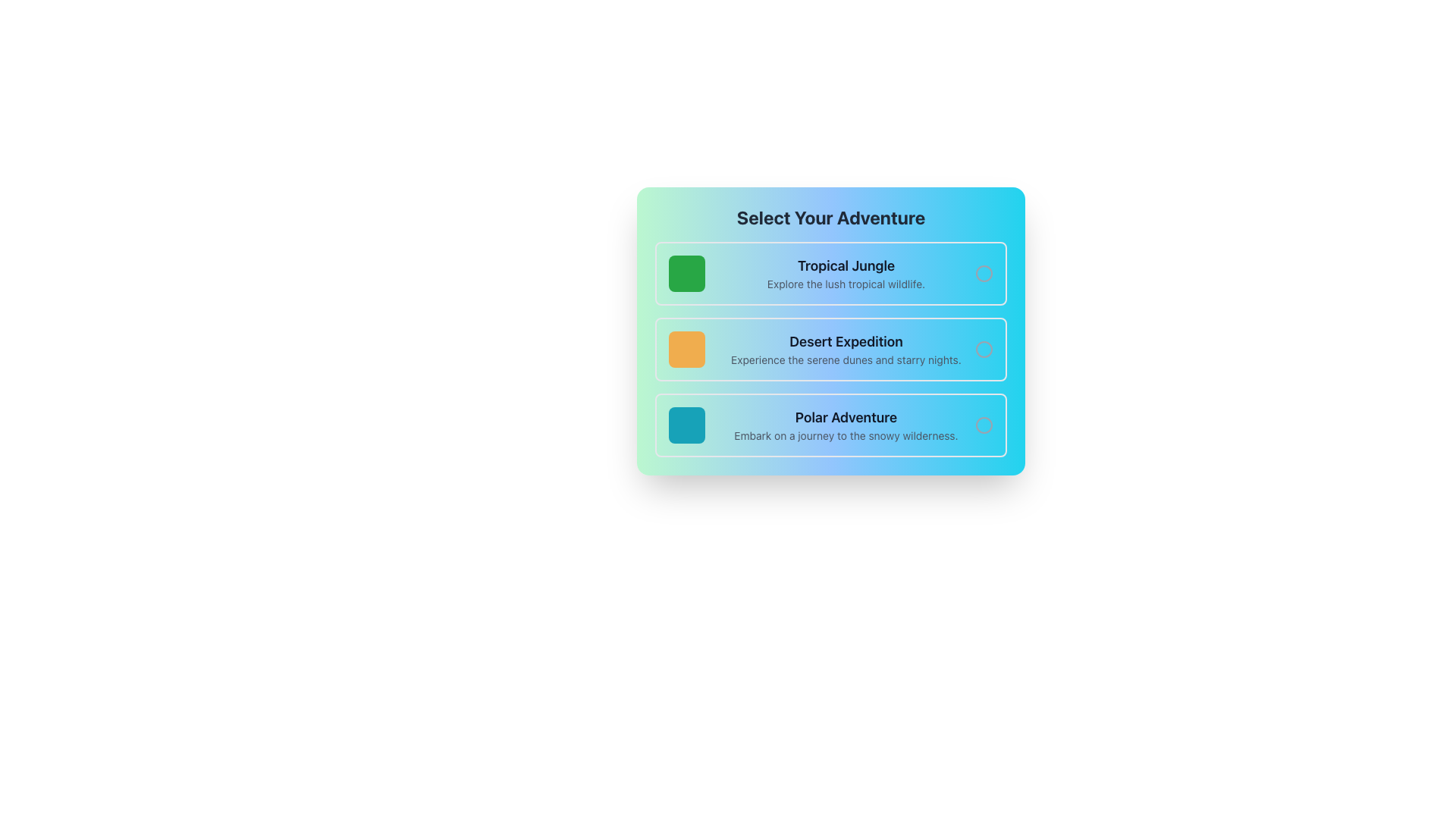 The image size is (1456, 819). I want to click on the Description Block containing the title 'Polar Adventure' and the subtitle 'Embark on a journey to the snowy wilderness.' which is located below the 'Desert Expedition' option, so click(846, 425).